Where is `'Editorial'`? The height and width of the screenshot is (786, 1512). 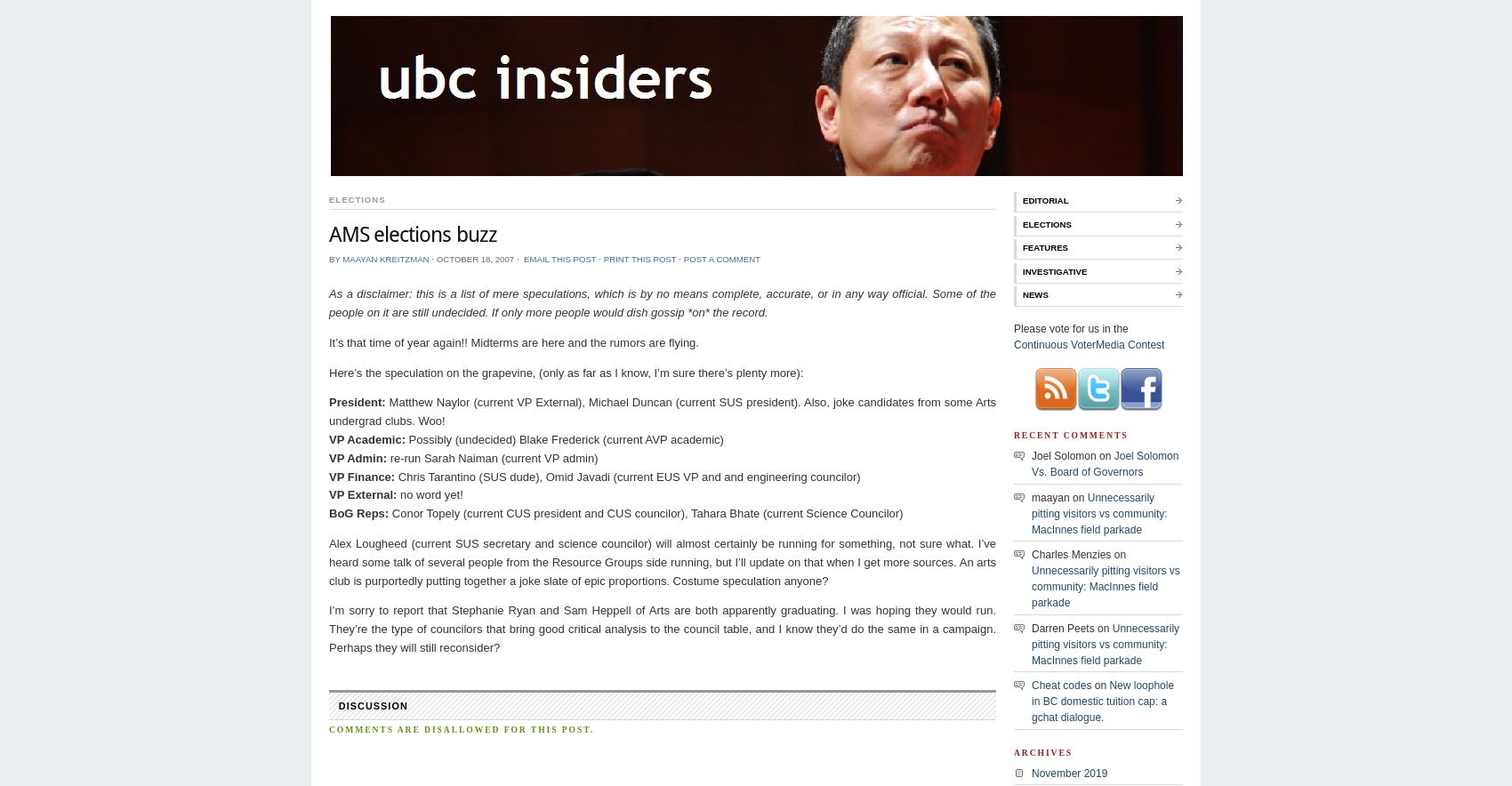
'Editorial' is located at coordinates (1044, 200).